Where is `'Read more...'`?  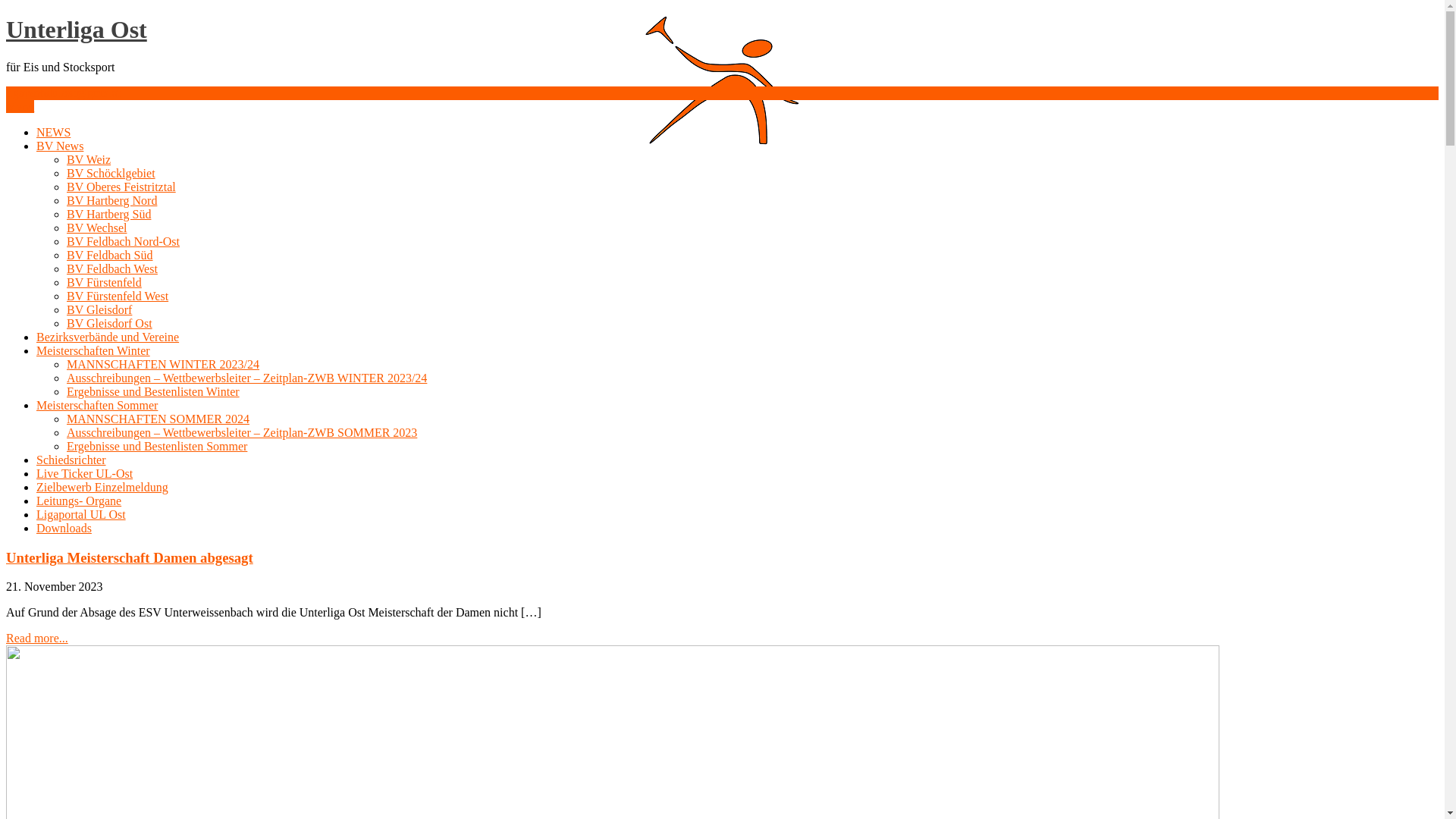
'Read more...' is located at coordinates (36, 638).